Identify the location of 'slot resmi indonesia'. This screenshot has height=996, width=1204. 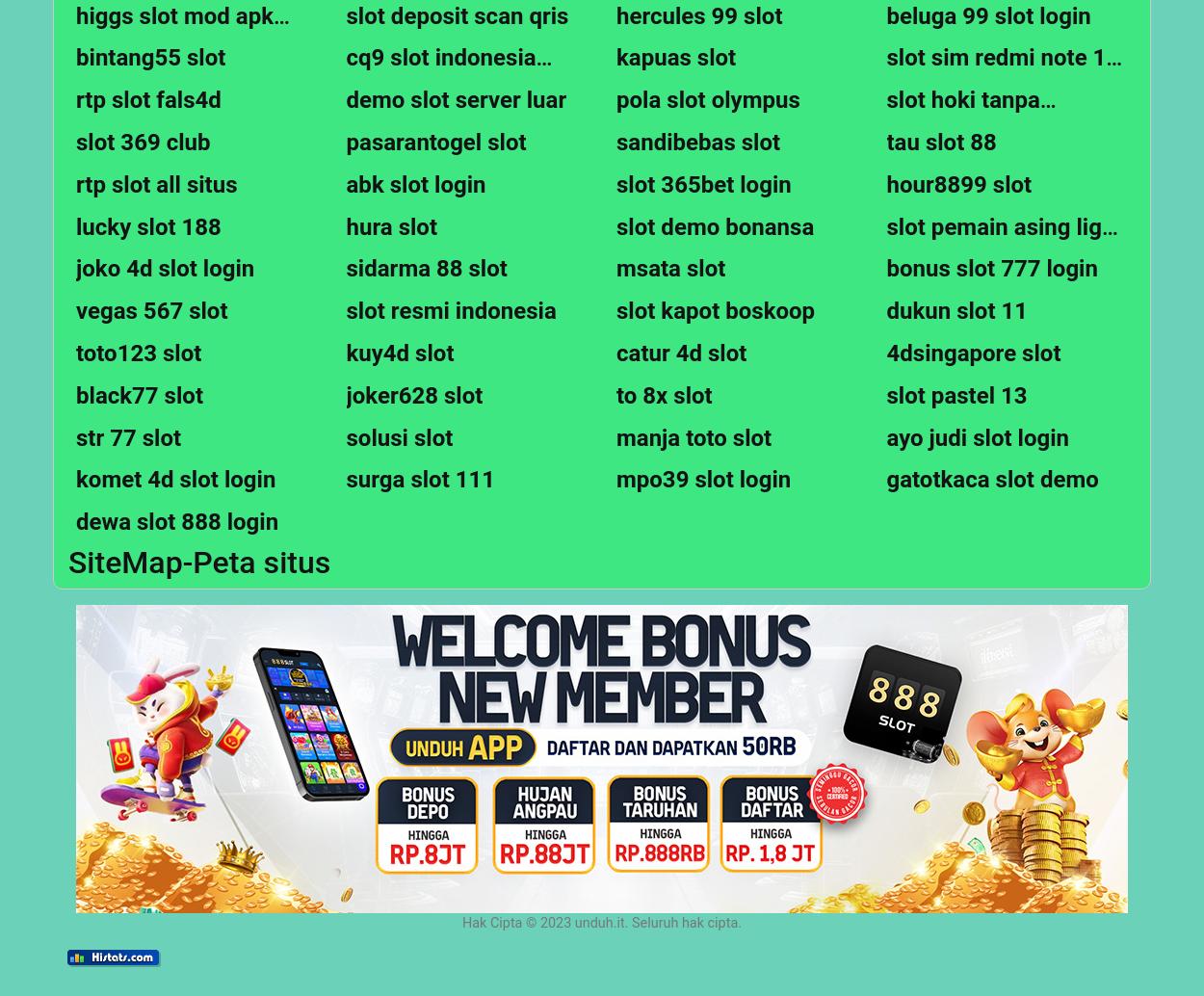
(450, 310).